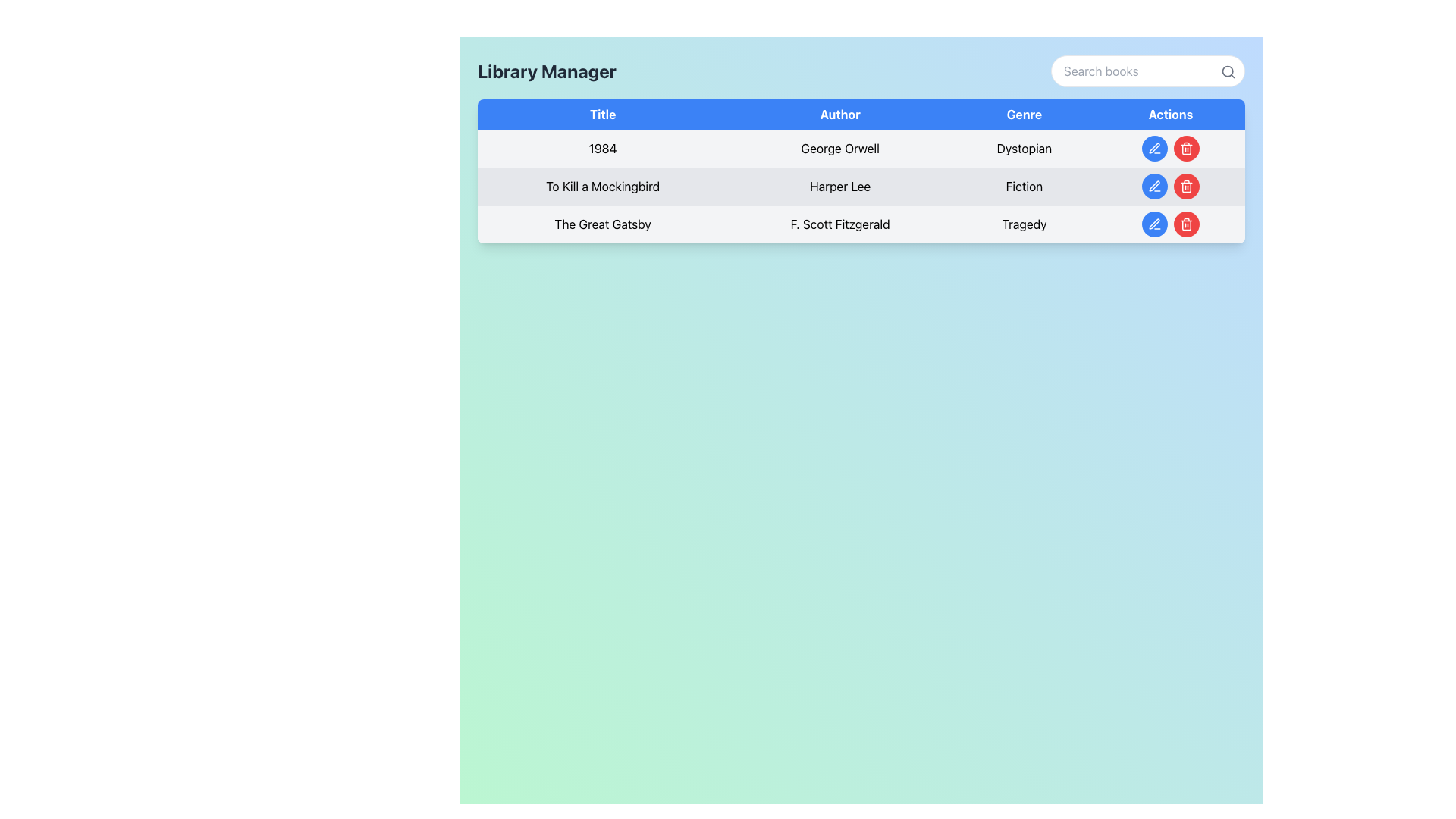  What do you see at coordinates (861, 224) in the screenshot?
I see `data displayed in the third table row containing 'The Great Gatsby', 'F. Scott Fitzgerald', and 'Tragedy'` at bounding box center [861, 224].